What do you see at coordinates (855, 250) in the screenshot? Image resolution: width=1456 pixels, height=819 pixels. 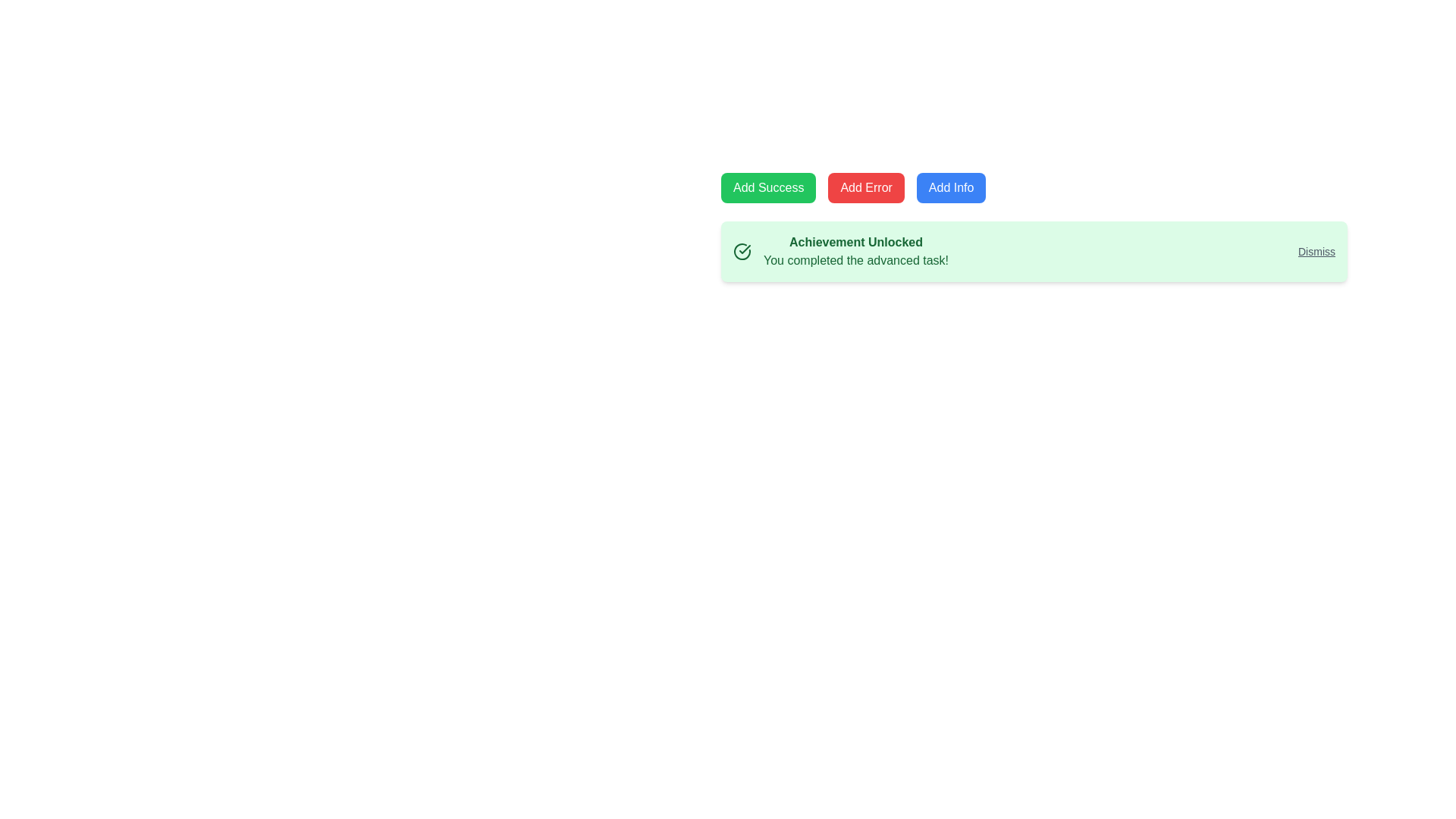 I see `the text label that provides feedback about accomplishments, located in the center of a green notification card, between a checkmark icon and a 'Dismiss' link` at bounding box center [855, 250].